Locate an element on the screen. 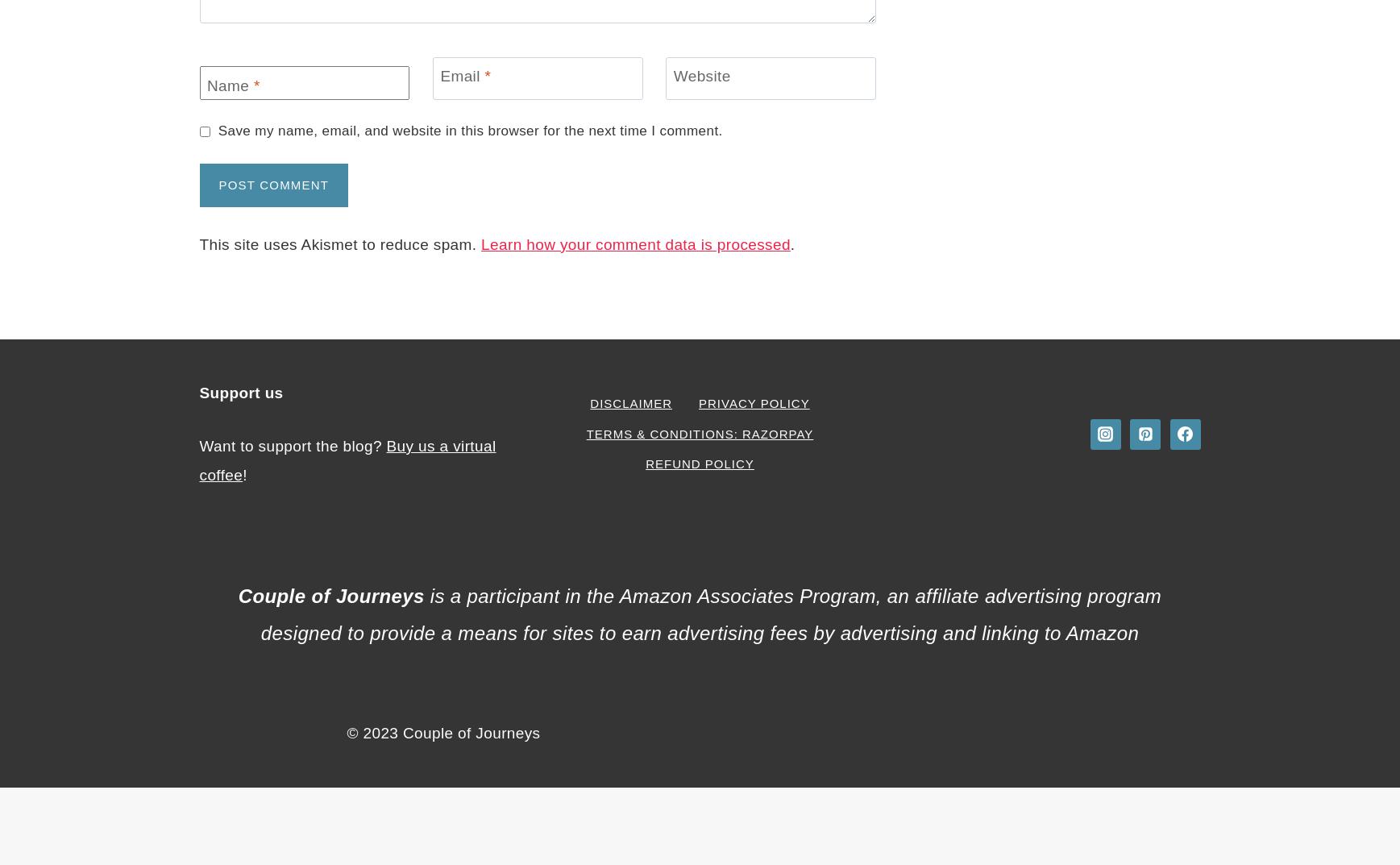 This screenshot has height=865, width=1400. 'Disclaimer' is located at coordinates (630, 402).